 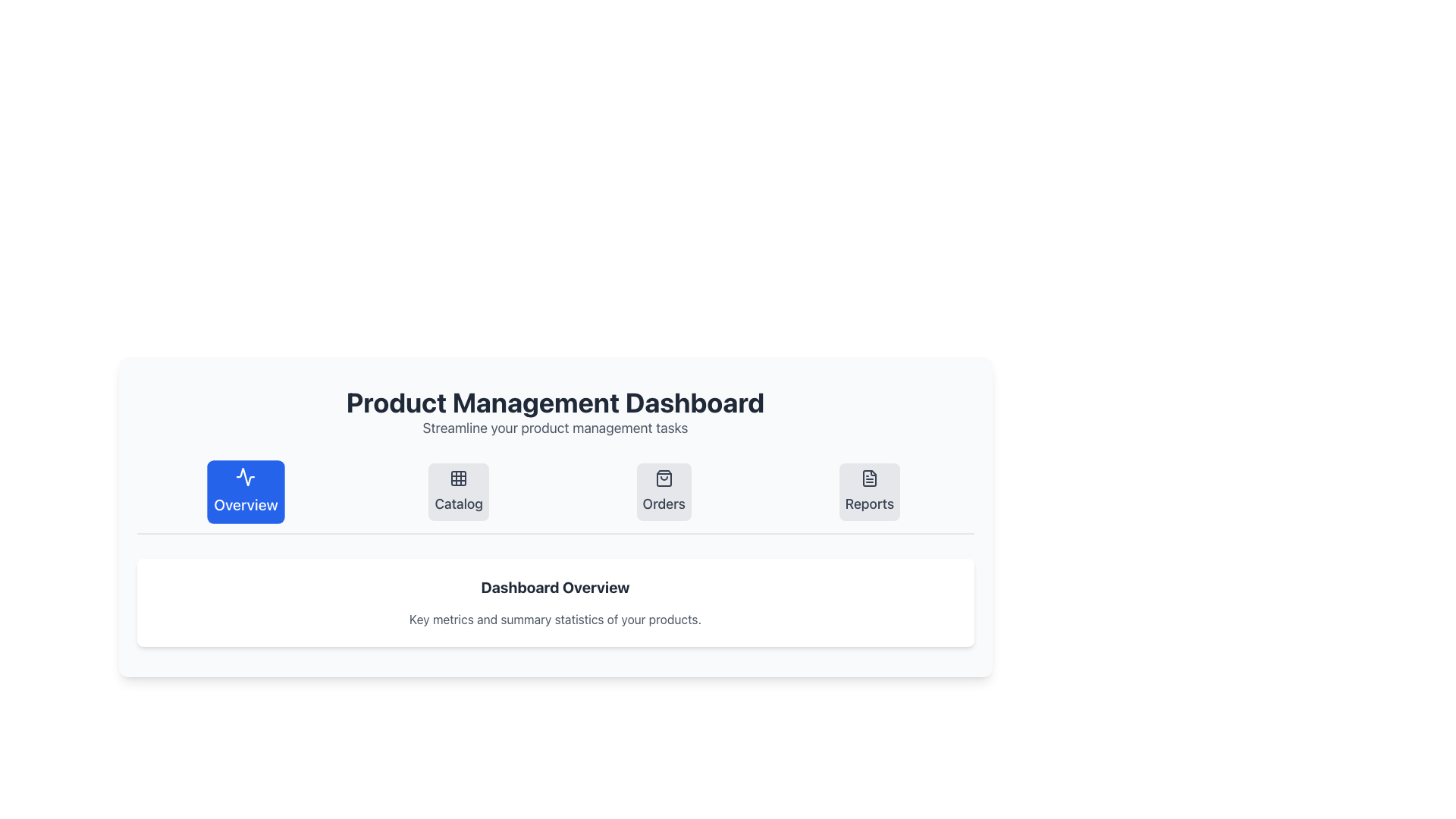 I want to click on text label that describes the order-related icon located below the shopping bag icon and above the card-like structure in the middle section of the navigation group, so click(x=664, y=504).